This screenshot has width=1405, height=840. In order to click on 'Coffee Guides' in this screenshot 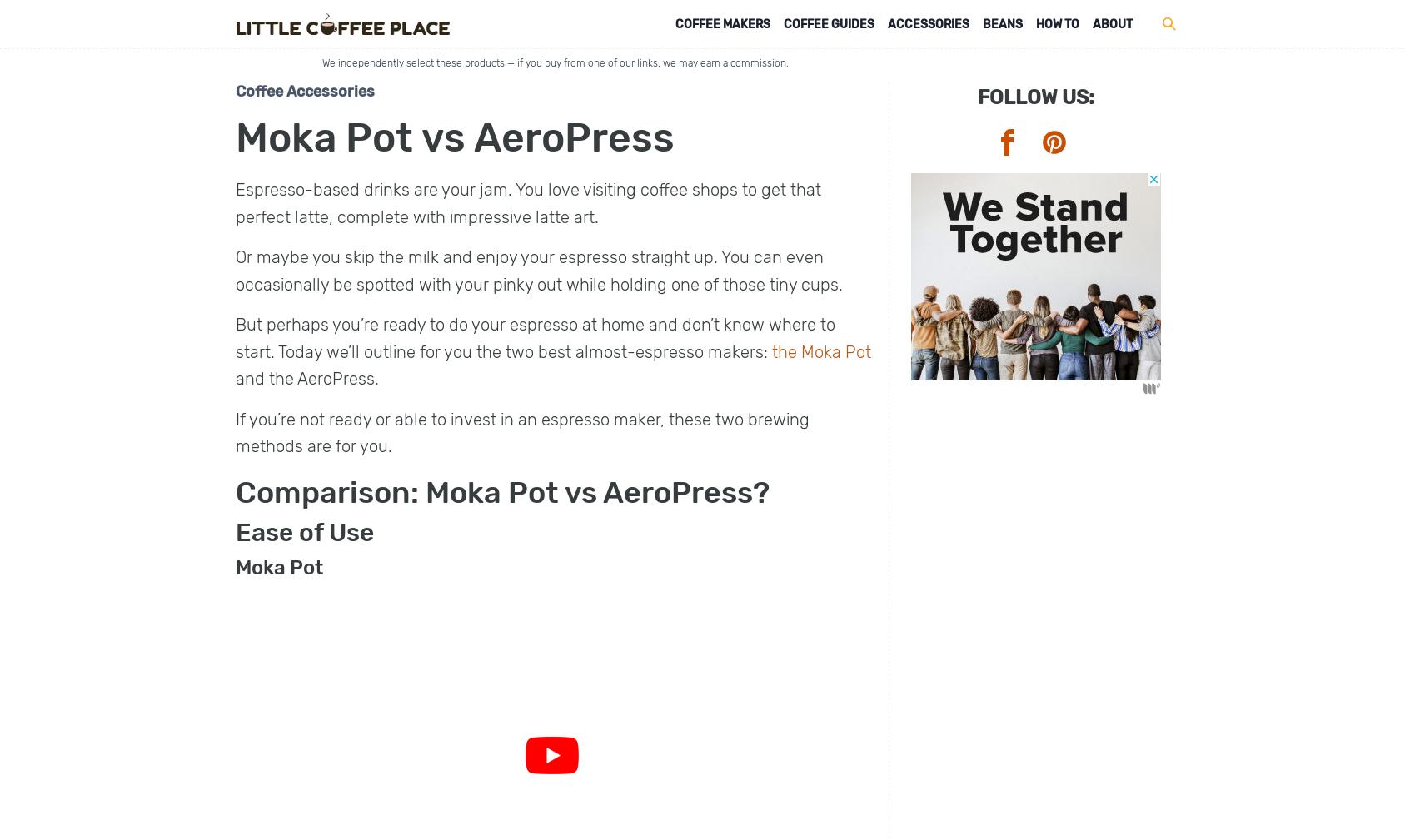, I will do `click(827, 22)`.